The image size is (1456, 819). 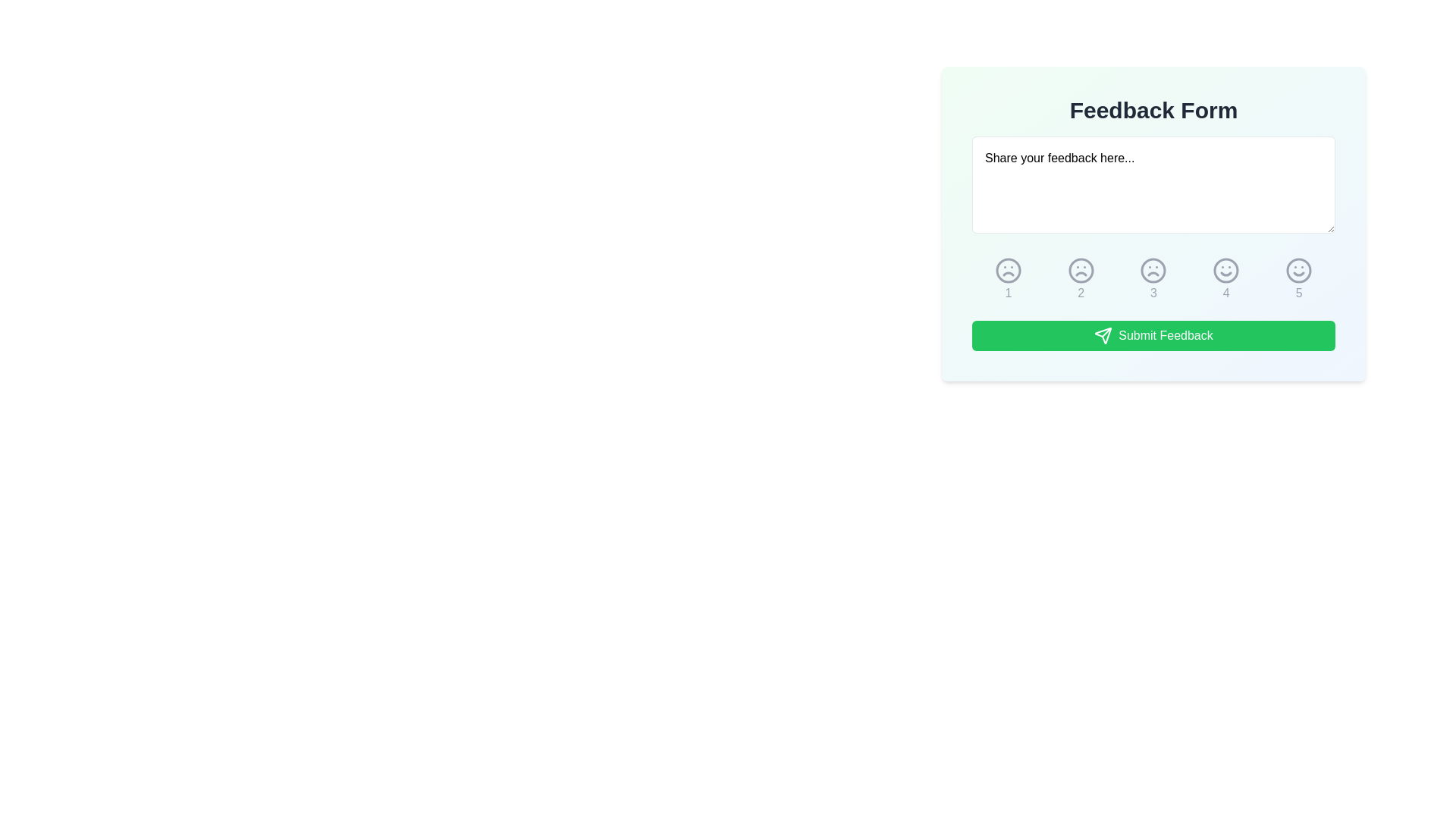 I want to click on Text label displaying '5', which is located in the bottom-right corner of the 'Feedback Form' section, below a smiling face icon, so click(x=1298, y=293).